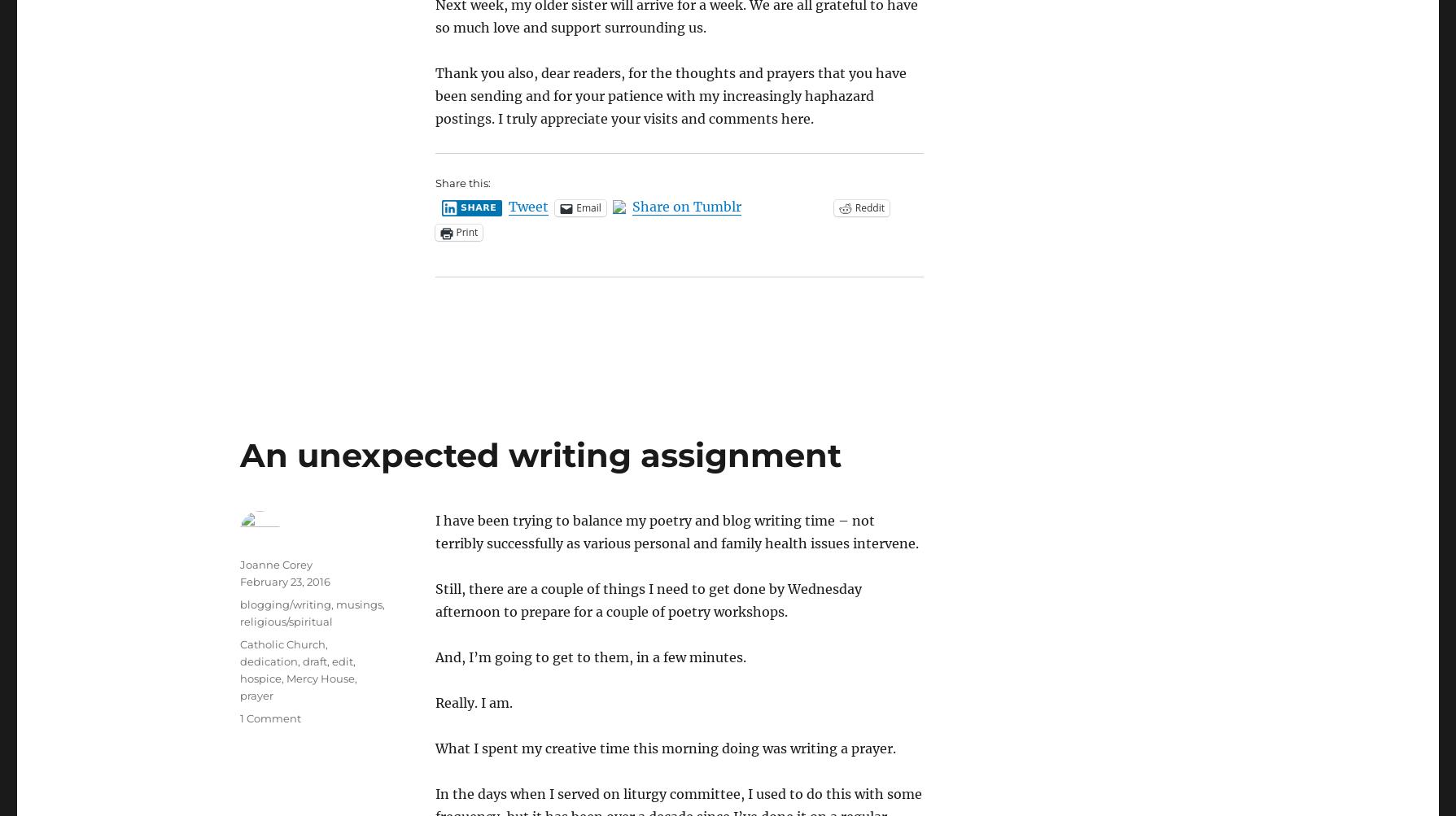 The height and width of the screenshot is (816, 1456). What do you see at coordinates (238, 619) in the screenshot?
I see `'religious/spiritual'` at bounding box center [238, 619].